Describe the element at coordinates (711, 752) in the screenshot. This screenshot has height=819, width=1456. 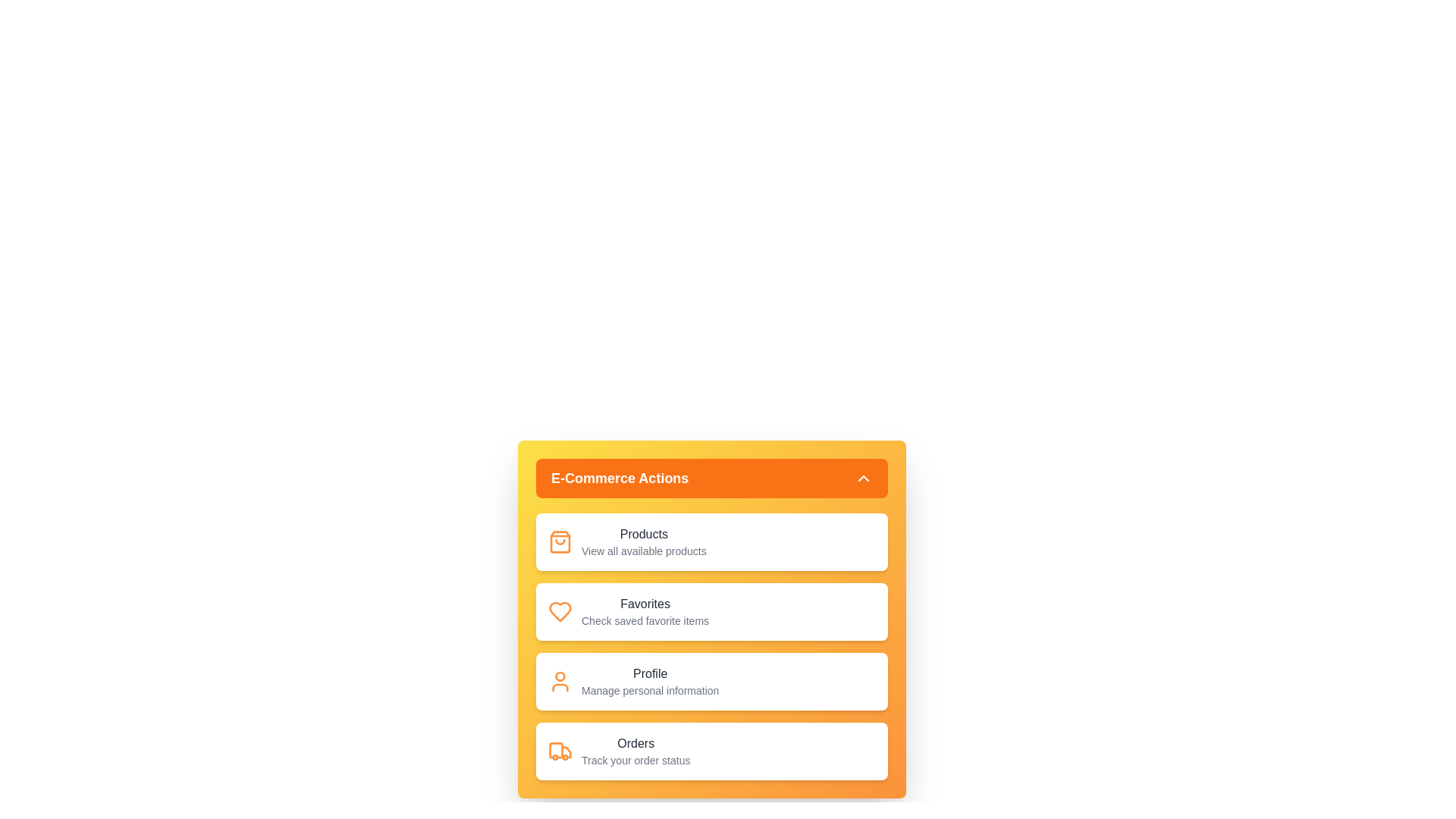
I see `the menu item Orders to reveal its details` at that location.